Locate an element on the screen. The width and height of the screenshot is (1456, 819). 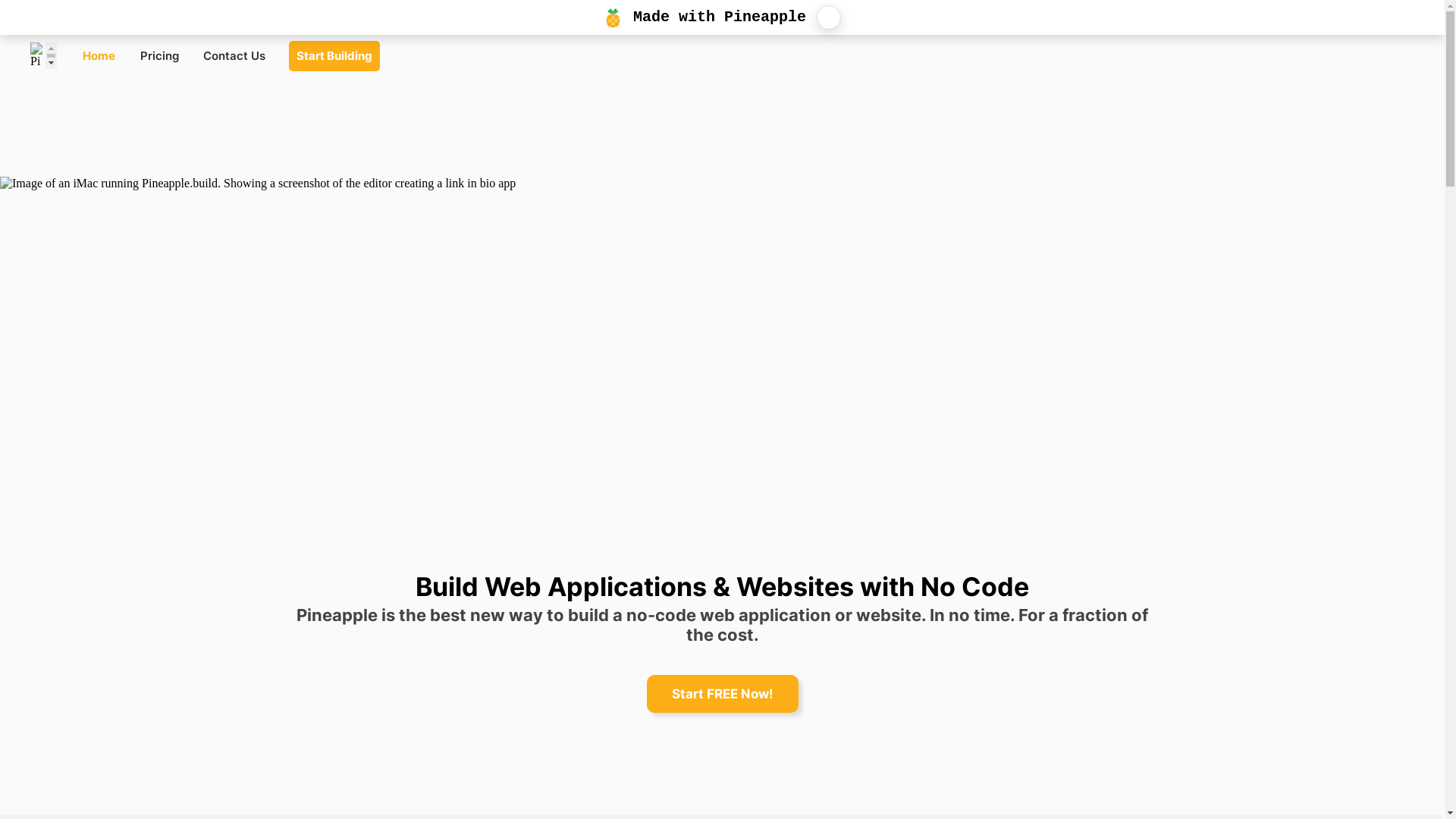
'Contact Us' is located at coordinates (193, 55).